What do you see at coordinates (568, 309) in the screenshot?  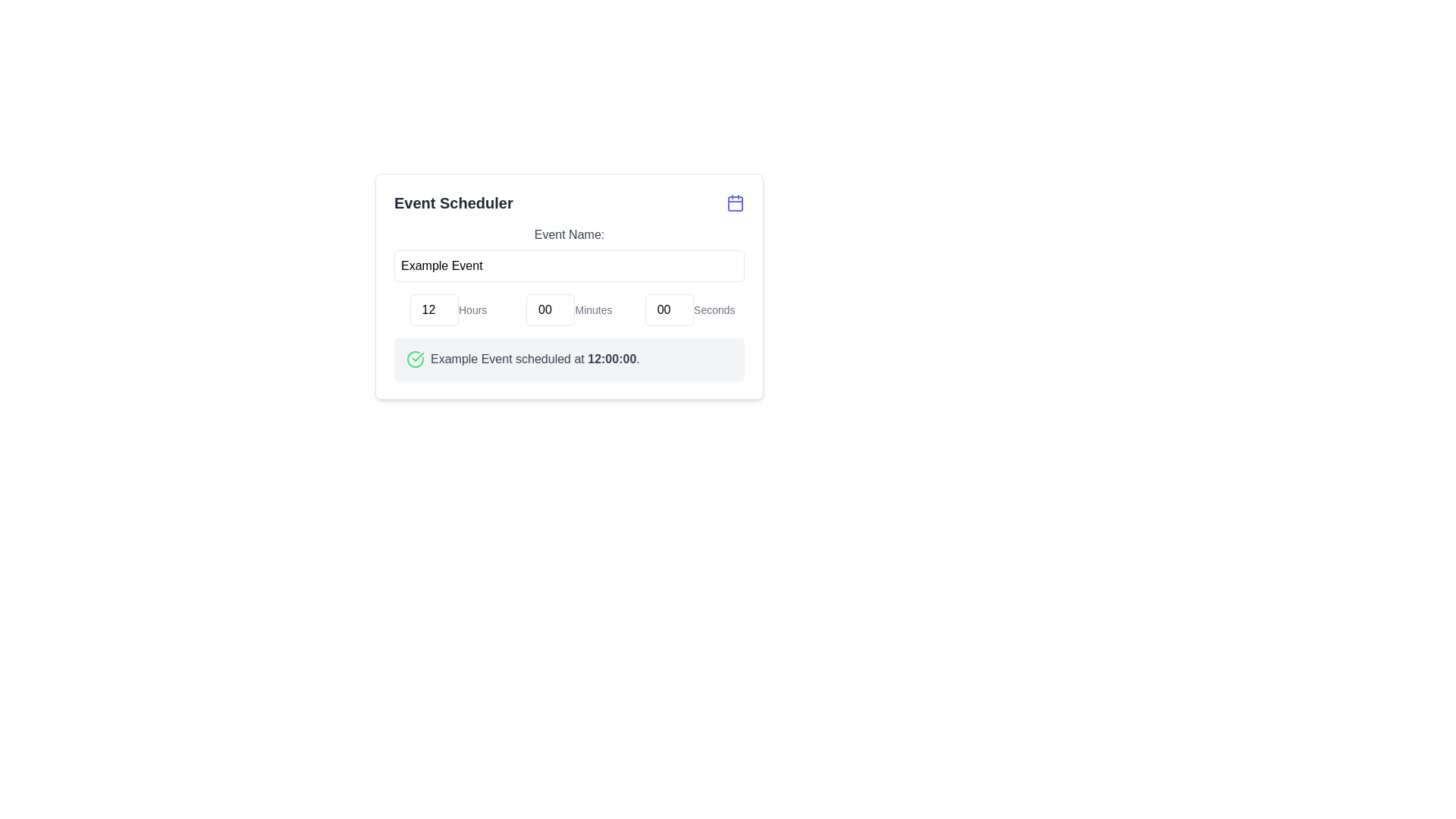 I see `the 'Minutes' label associated with the numeric input field to read its description` at bounding box center [568, 309].